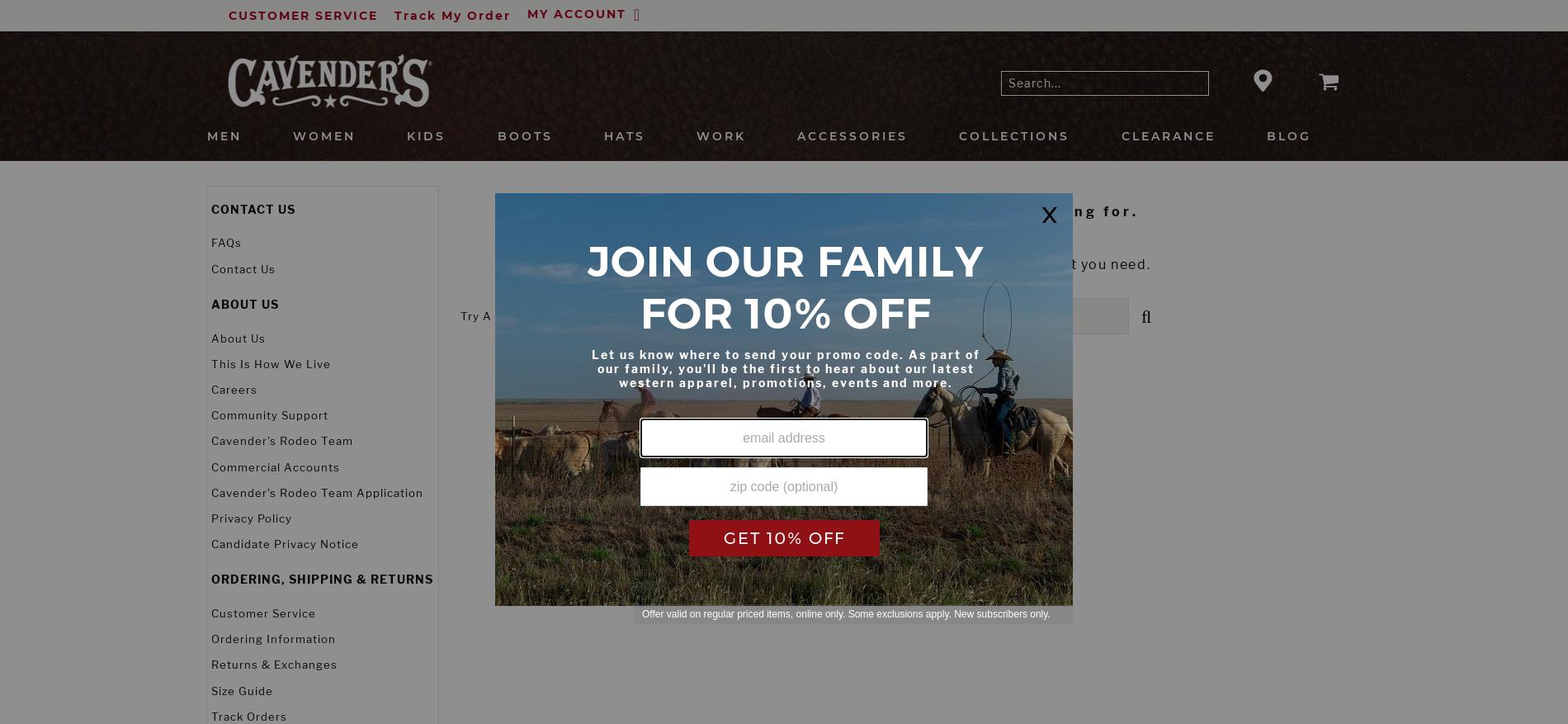 Image resolution: width=1568 pixels, height=724 pixels. I want to click on 'Community Support', so click(268, 414).